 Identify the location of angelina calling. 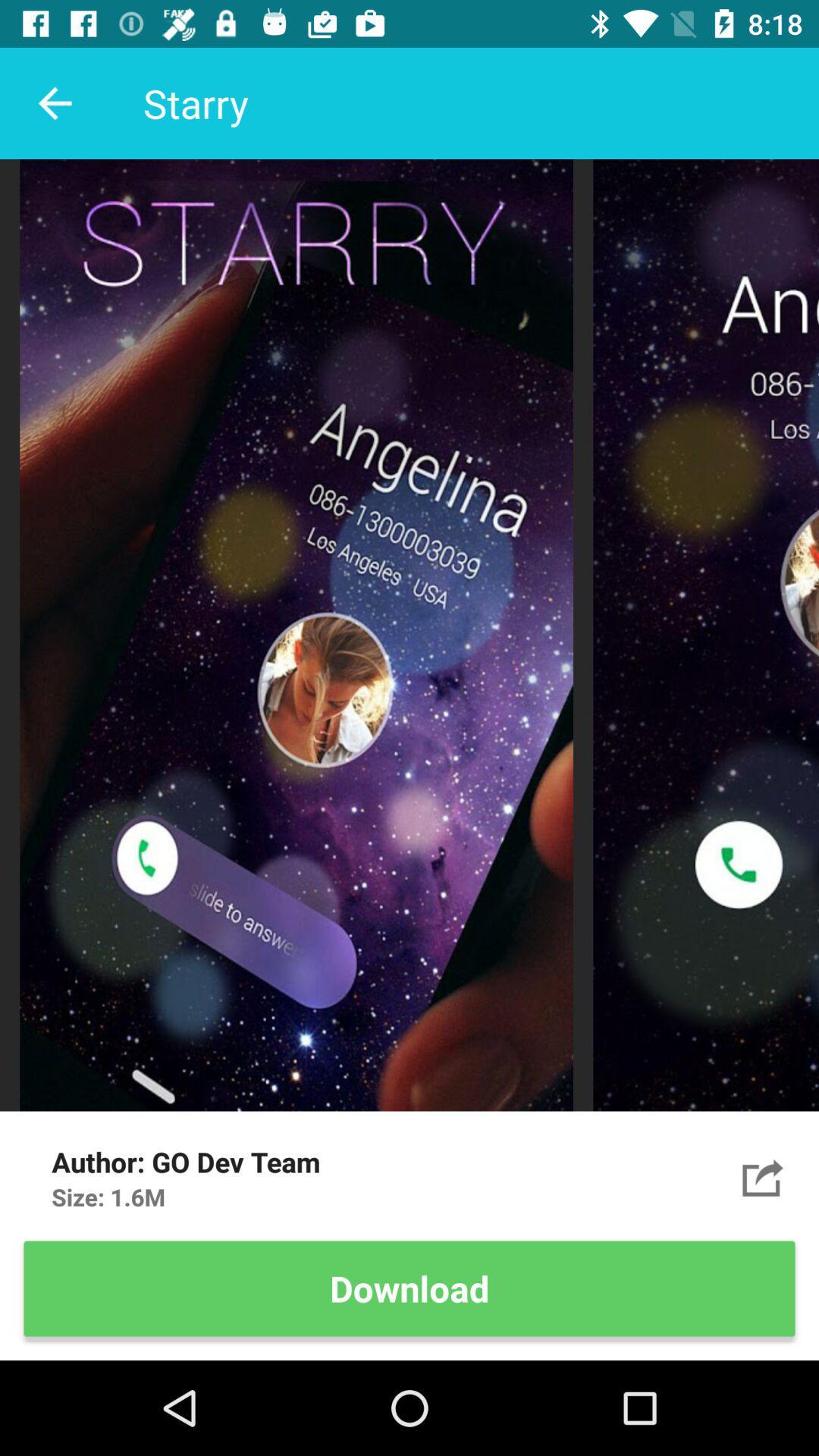
(763, 1177).